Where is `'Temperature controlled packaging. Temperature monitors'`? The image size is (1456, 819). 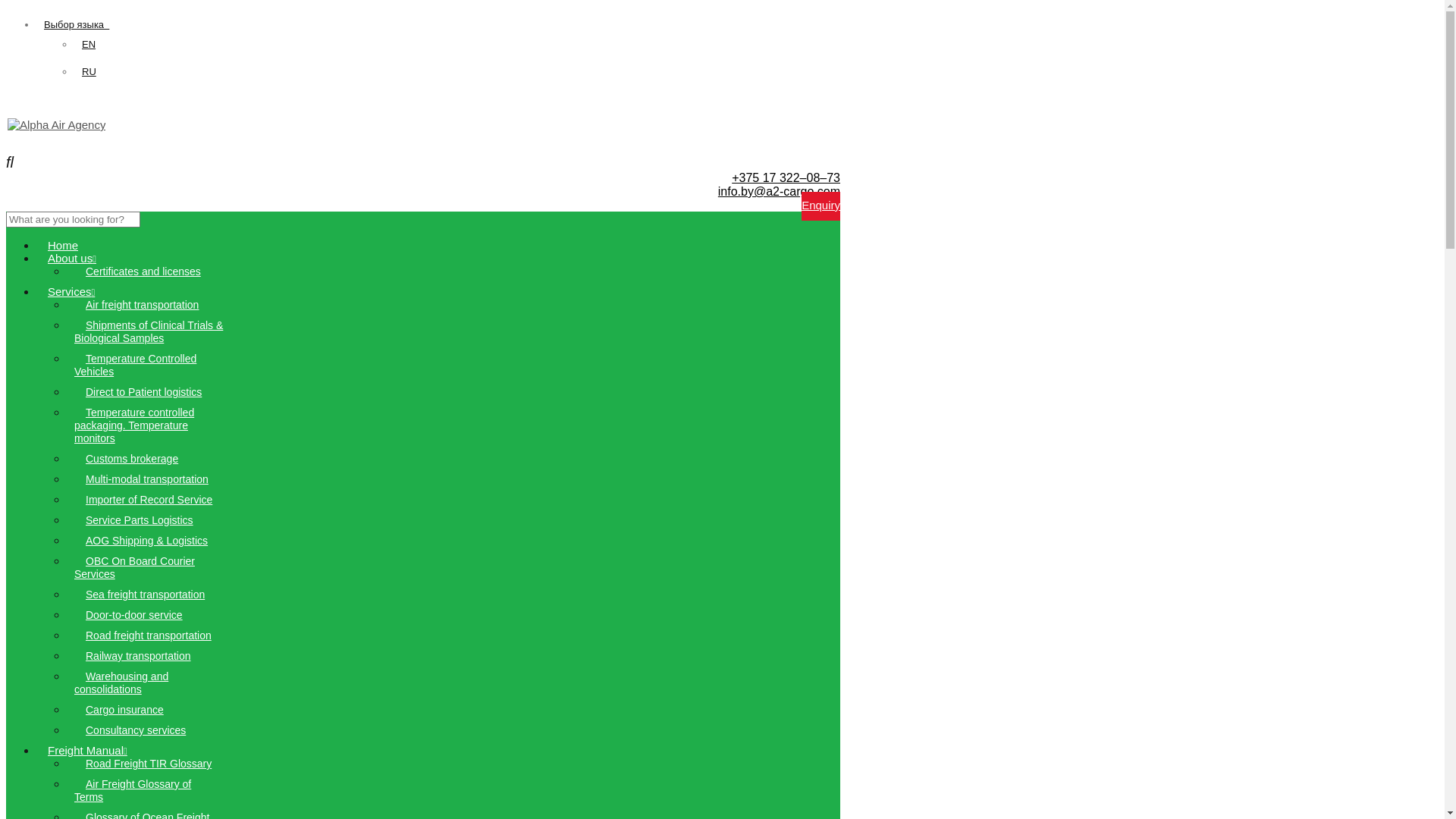 'Temperature controlled packaging. Temperature monitors' is located at coordinates (73, 425).